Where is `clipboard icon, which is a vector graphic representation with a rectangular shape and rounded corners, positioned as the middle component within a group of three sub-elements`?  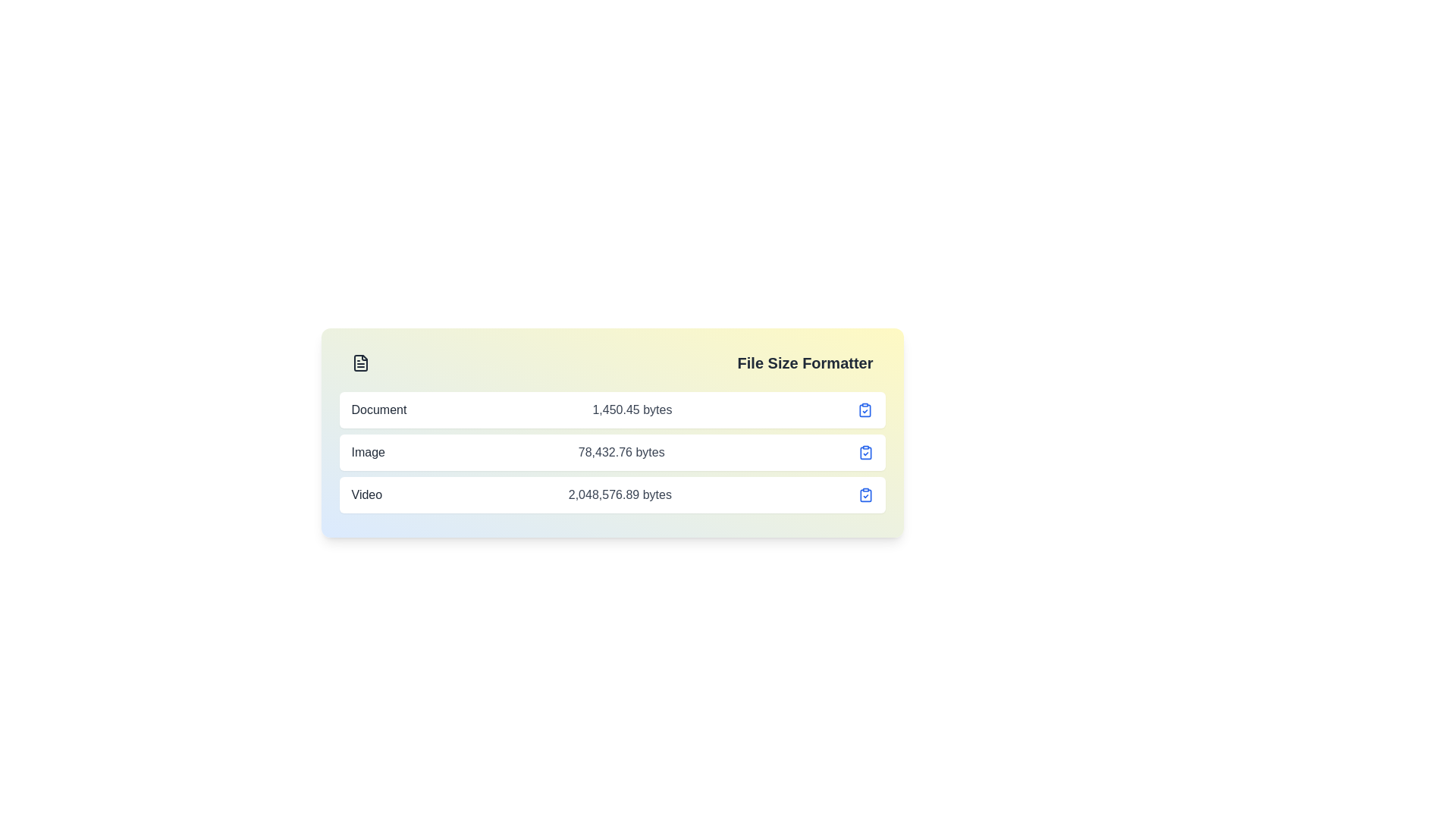 clipboard icon, which is a vector graphic representation with a rectangular shape and rounded corners, positioned as the middle component within a group of three sub-elements is located at coordinates (865, 452).